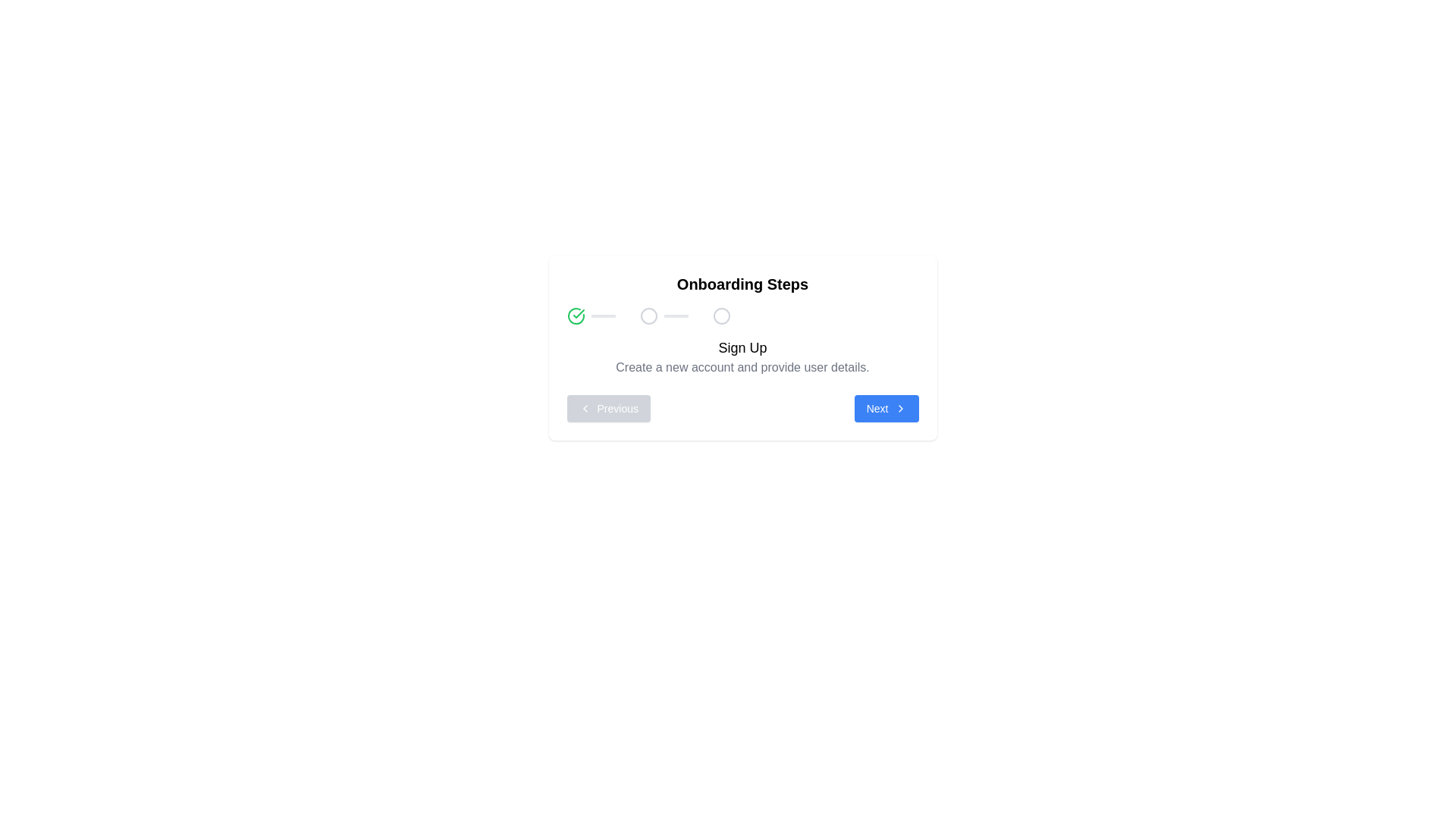  I want to click on the visual status indicator (progress bar segment) which is a narrow rectangular bar with a light gray background, positioned immediately to the right of the first circular step in the onboarding progress indicator section, so click(602, 315).